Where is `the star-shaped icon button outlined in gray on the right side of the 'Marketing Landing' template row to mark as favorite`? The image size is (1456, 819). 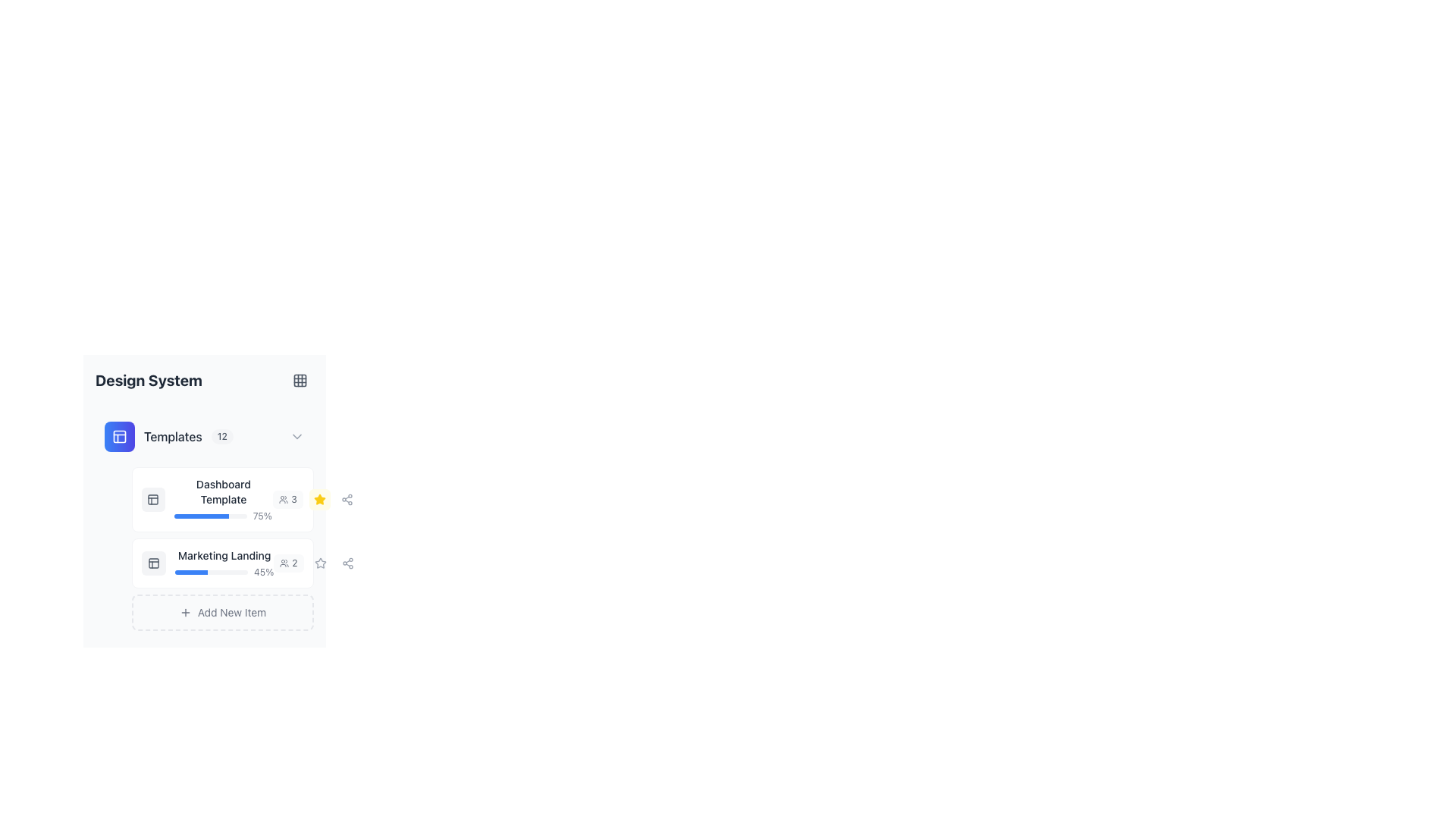 the star-shaped icon button outlined in gray on the right side of the 'Marketing Landing' template row to mark as favorite is located at coordinates (319, 563).